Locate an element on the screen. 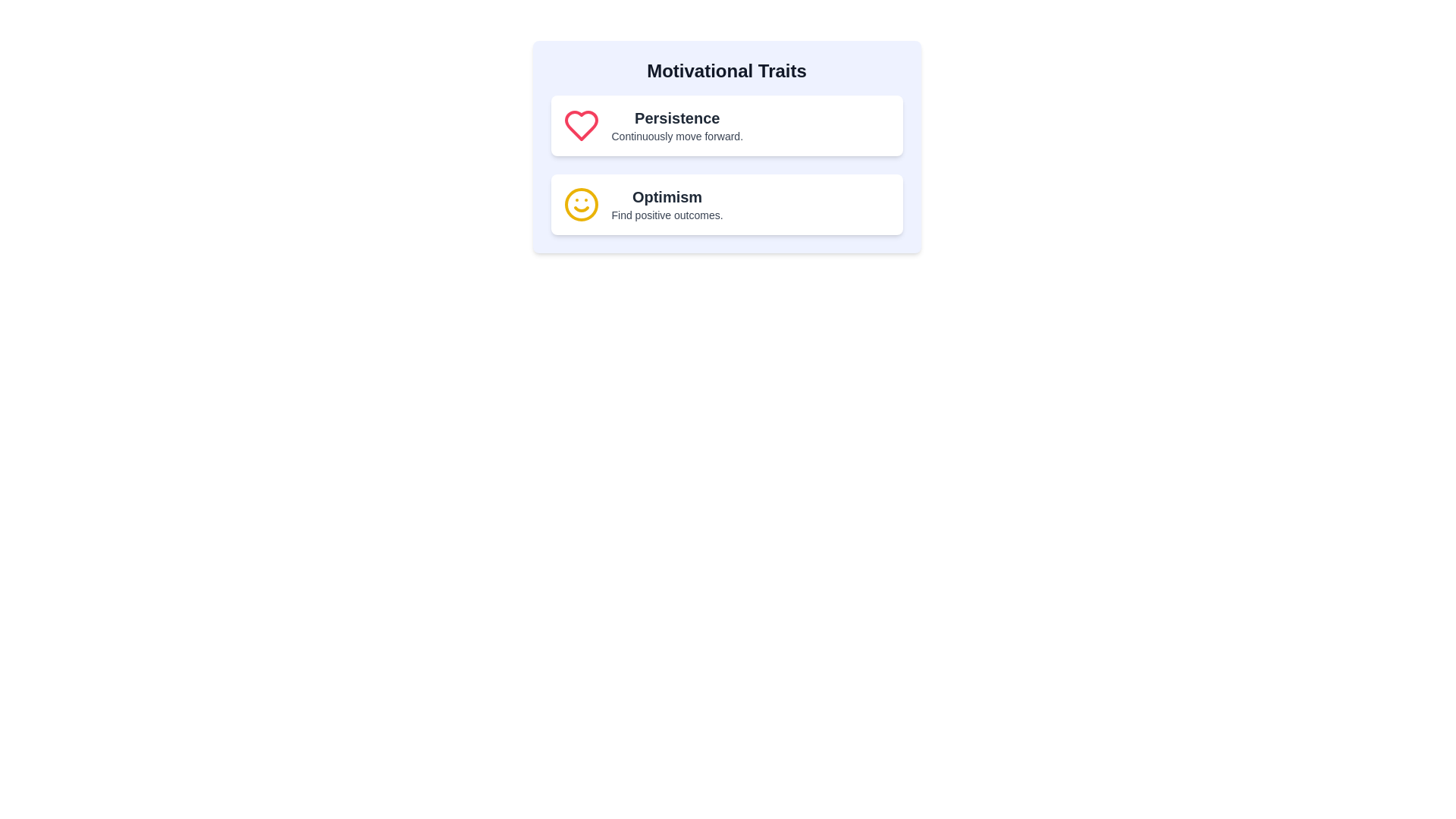  the descriptive text label that provides additional information about the 'Persistence' trait, located directly under the header 'Persistence' within the first card is located at coordinates (676, 136).